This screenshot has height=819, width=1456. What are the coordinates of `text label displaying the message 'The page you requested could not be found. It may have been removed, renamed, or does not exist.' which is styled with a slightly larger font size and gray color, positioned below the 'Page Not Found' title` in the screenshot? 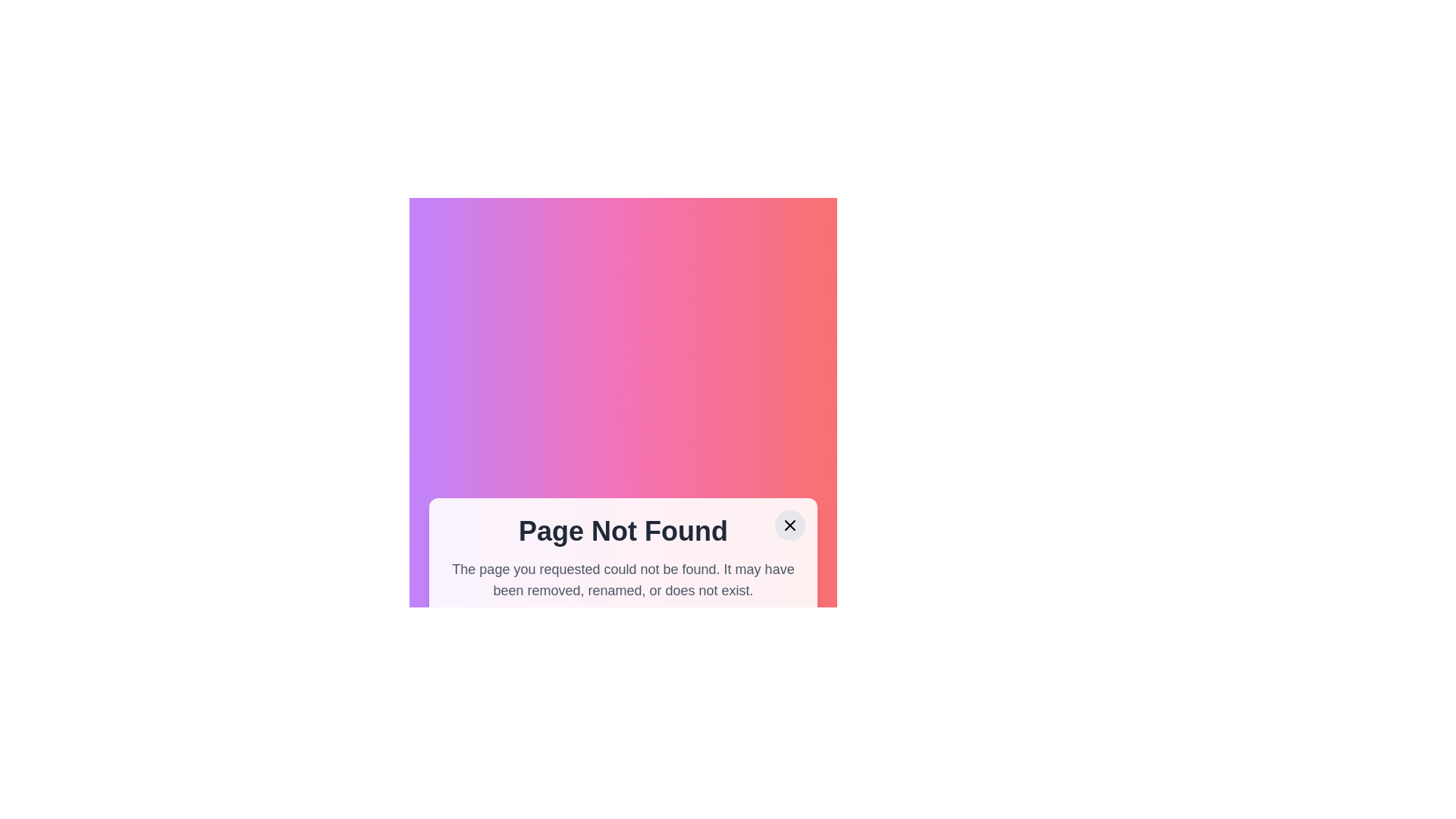 It's located at (623, 579).